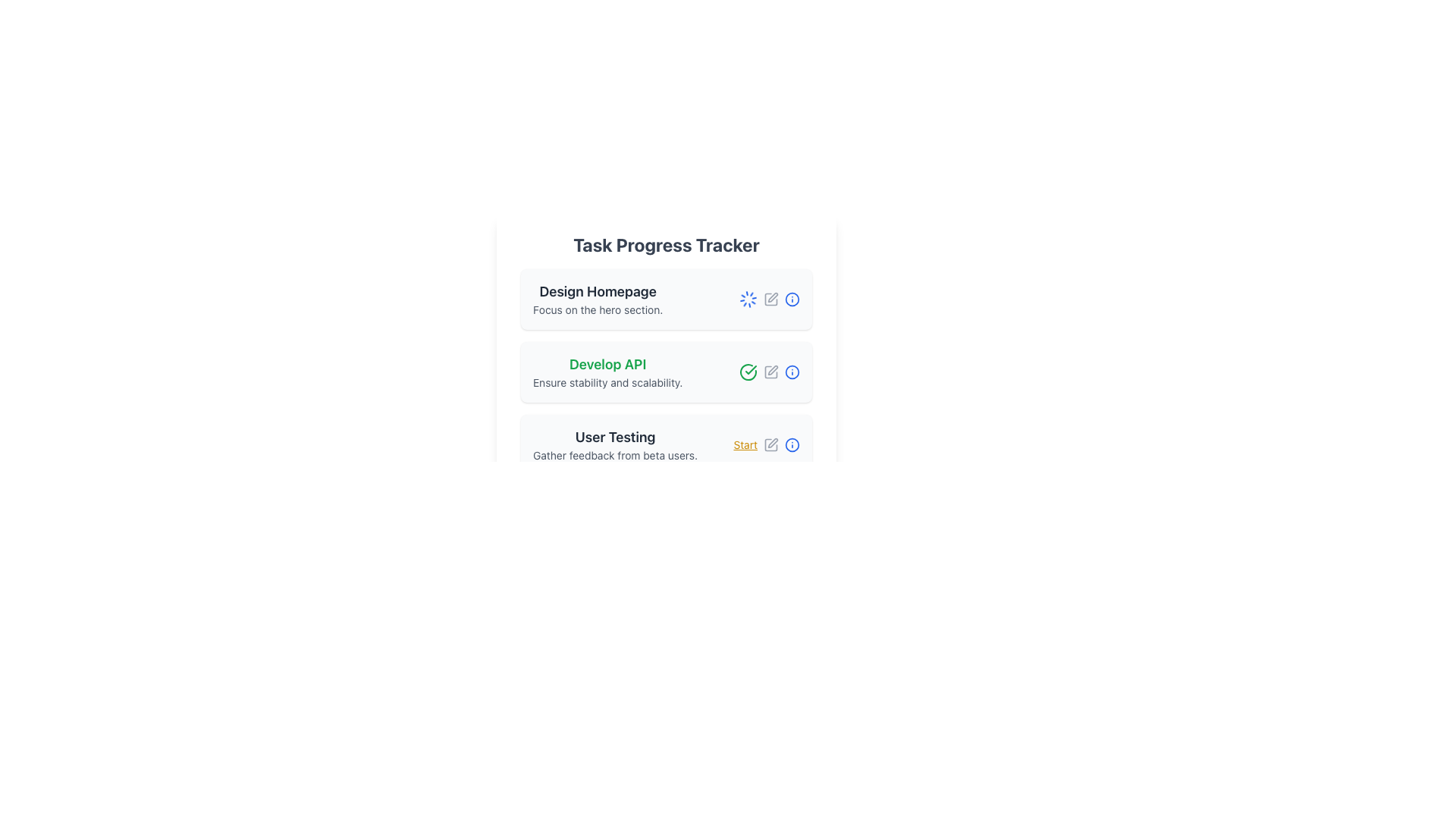 Image resolution: width=1456 pixels, height=819 pixels. What do you see at coordinates (607, 372) in the screenshot?
I see `the static text block containing 'Develop API' and 'Ensure stability and scalability' which is styled with a bold green font and smaller gray font, located between 'Design Homepage' and 'User Testing'` at bounding box center [607, 372].